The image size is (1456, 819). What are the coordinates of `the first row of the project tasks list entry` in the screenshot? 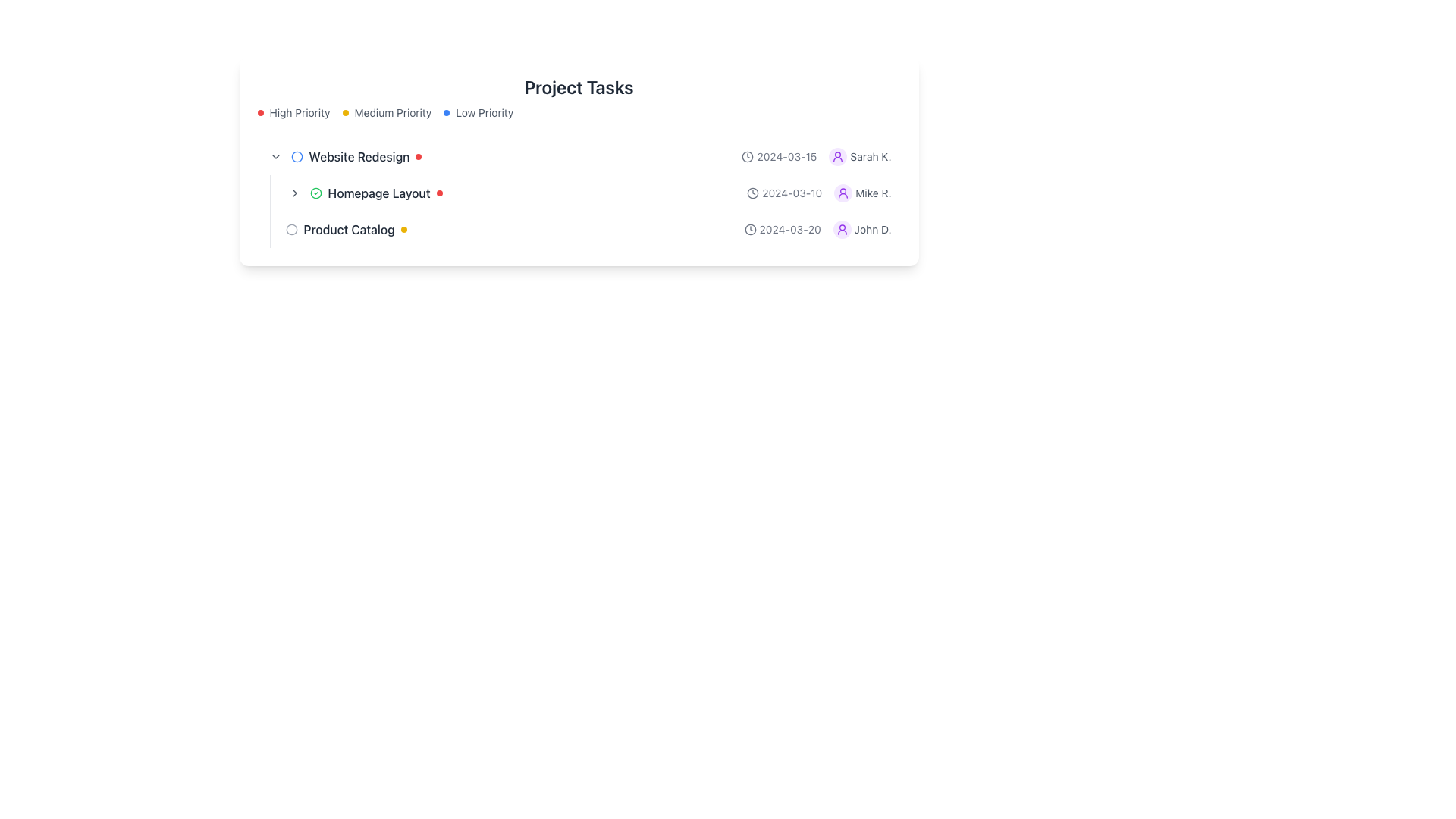 It's located at (578, 157).